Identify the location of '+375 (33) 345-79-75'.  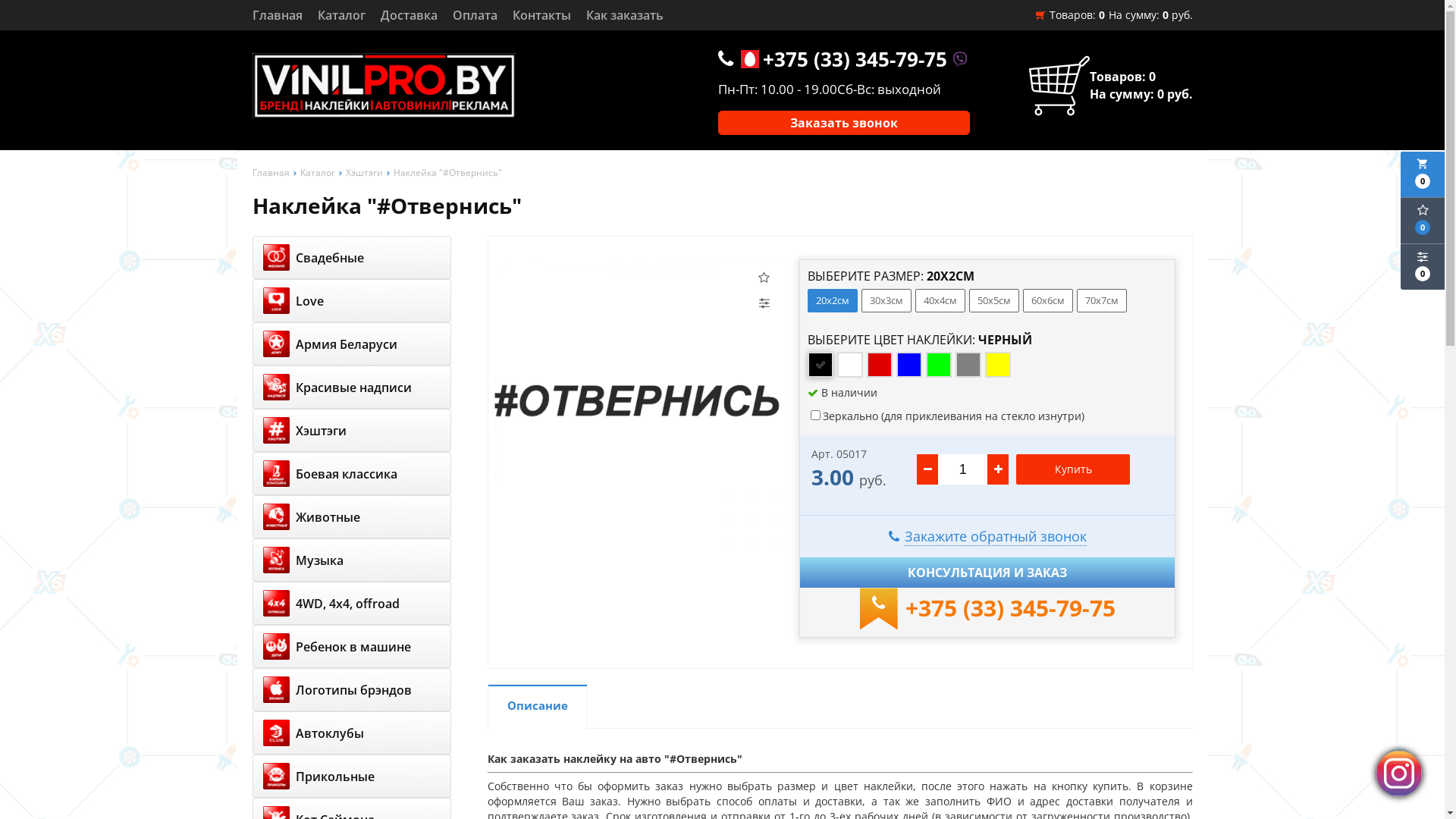
(855, 58).